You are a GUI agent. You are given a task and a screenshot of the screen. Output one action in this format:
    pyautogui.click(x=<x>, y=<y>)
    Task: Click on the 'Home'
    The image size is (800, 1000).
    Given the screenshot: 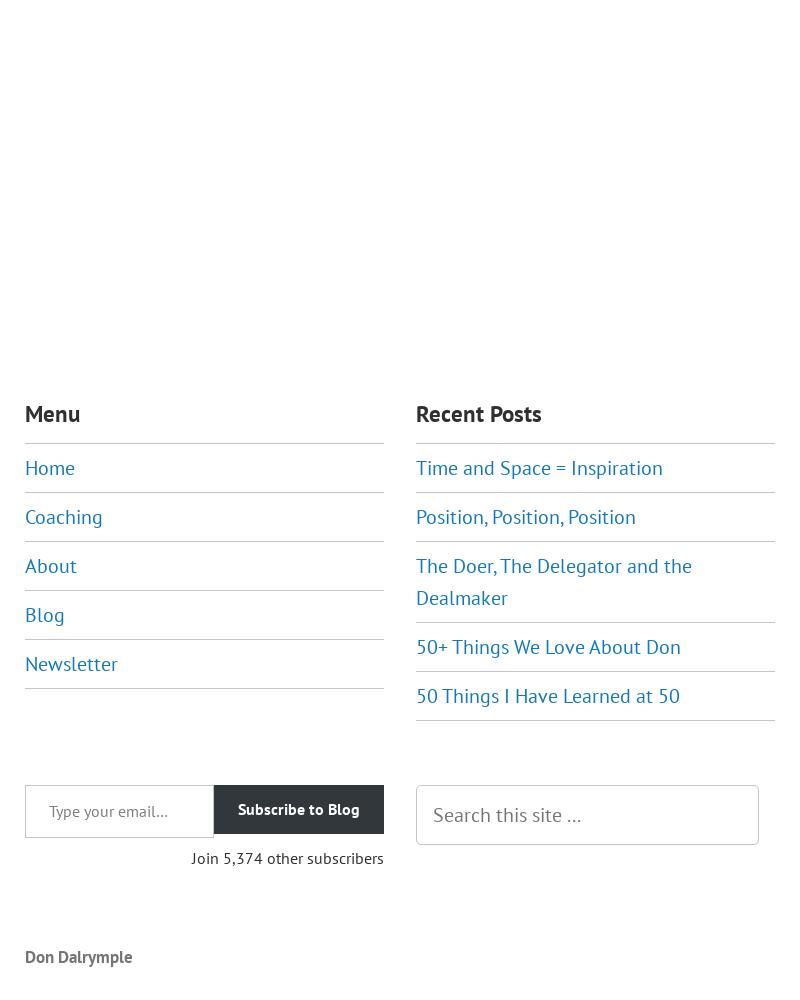 What is the action you would take?
    pyautogui.click(x=49, y=466)
    